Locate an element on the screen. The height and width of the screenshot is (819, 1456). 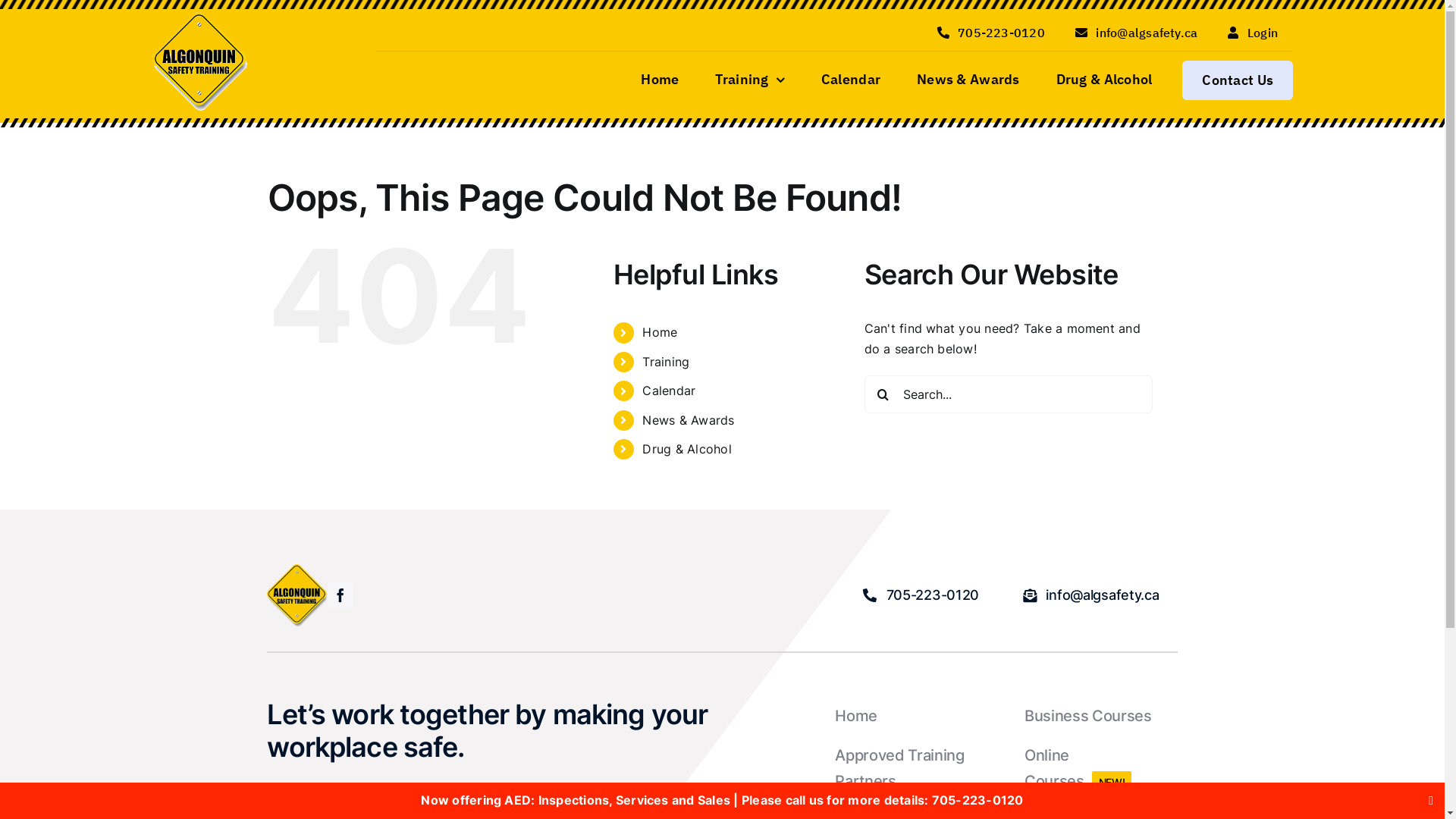
'Online CoursesNEW!' is located at coordinates (1100, 769).